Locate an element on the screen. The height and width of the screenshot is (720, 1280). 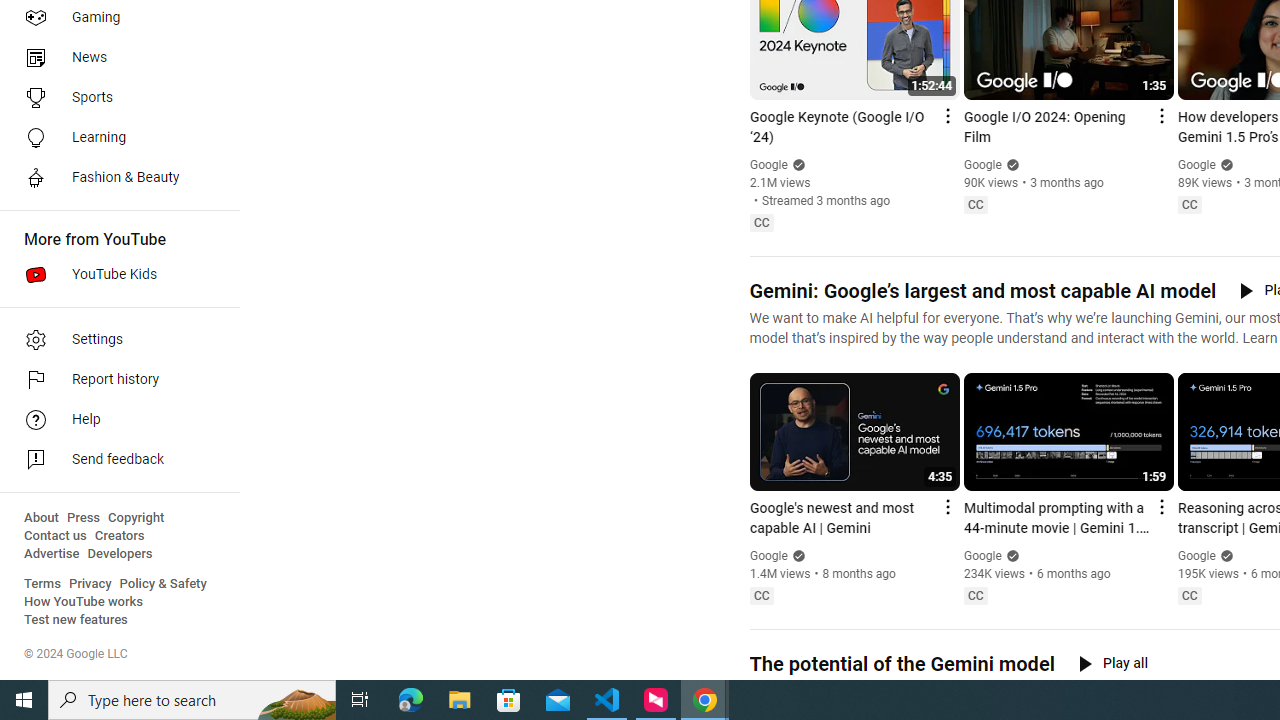
'Settings' is located at coordinates (112, 338).